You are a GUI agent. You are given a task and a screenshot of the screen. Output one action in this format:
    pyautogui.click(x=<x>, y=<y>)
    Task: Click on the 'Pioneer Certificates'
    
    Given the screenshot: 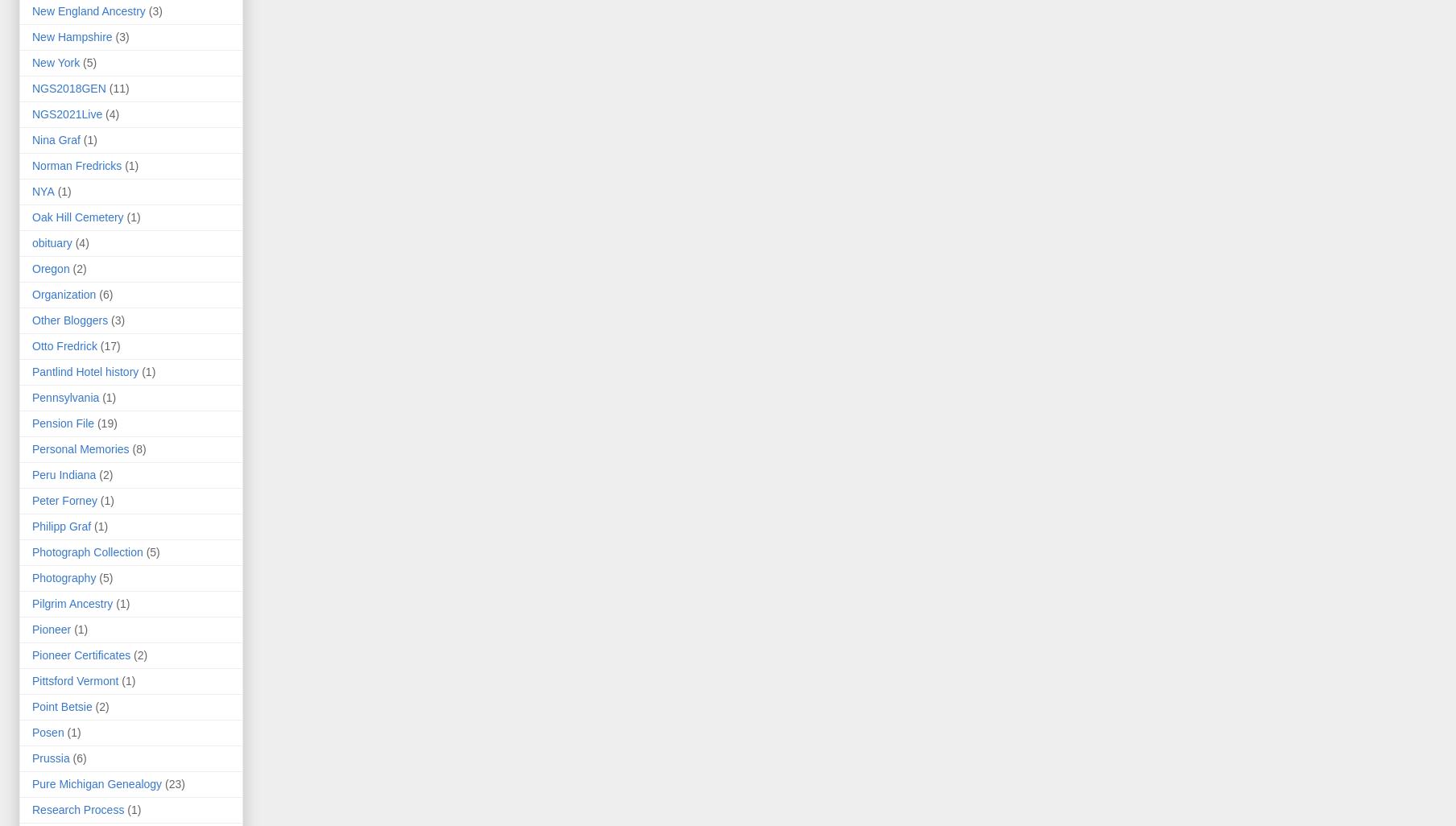 What is the action you would take?
    pyautogui.click(x=81, y=655)
    